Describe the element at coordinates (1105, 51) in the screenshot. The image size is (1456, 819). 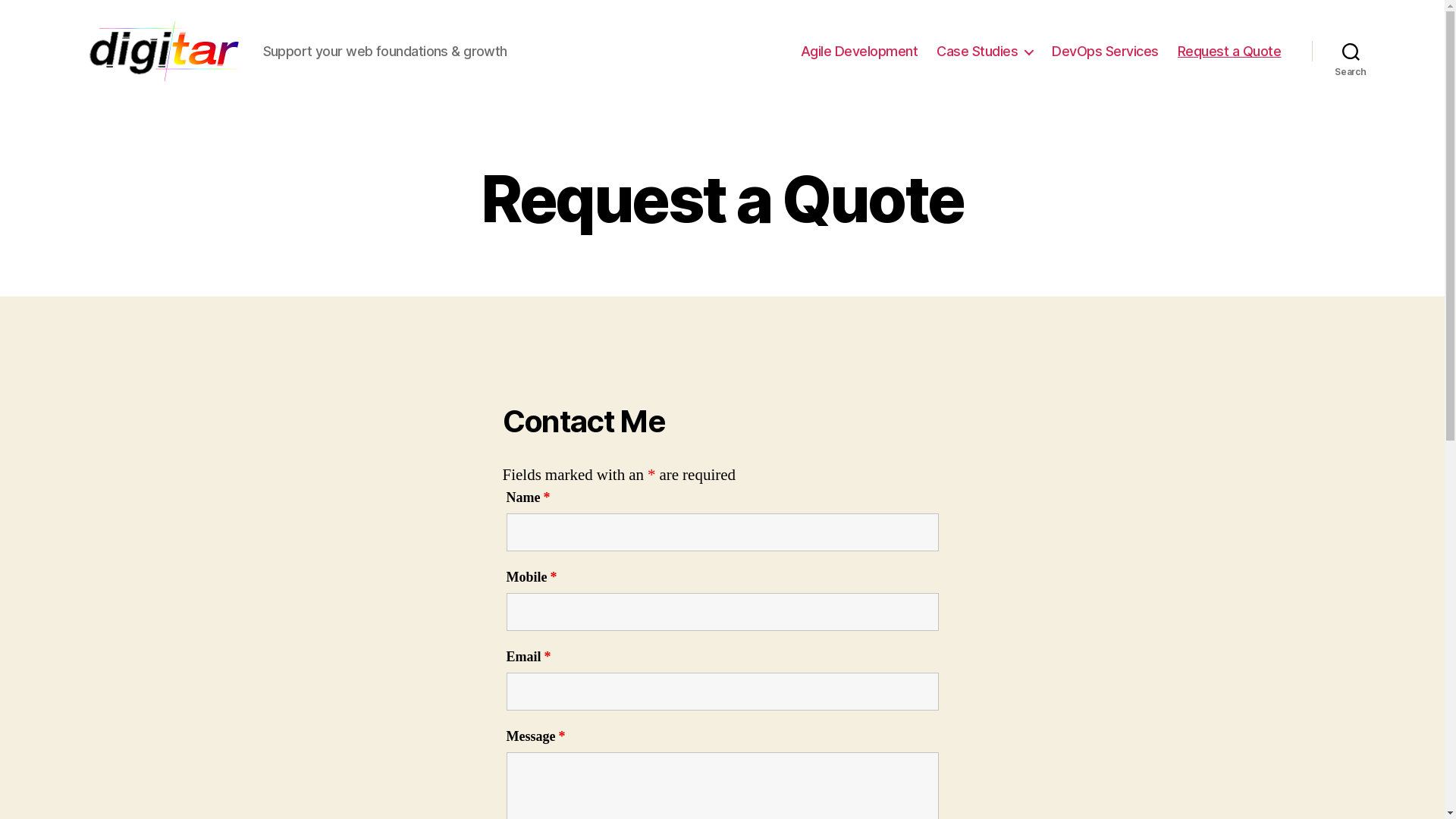
I see `'DevOps Services'` at that location.